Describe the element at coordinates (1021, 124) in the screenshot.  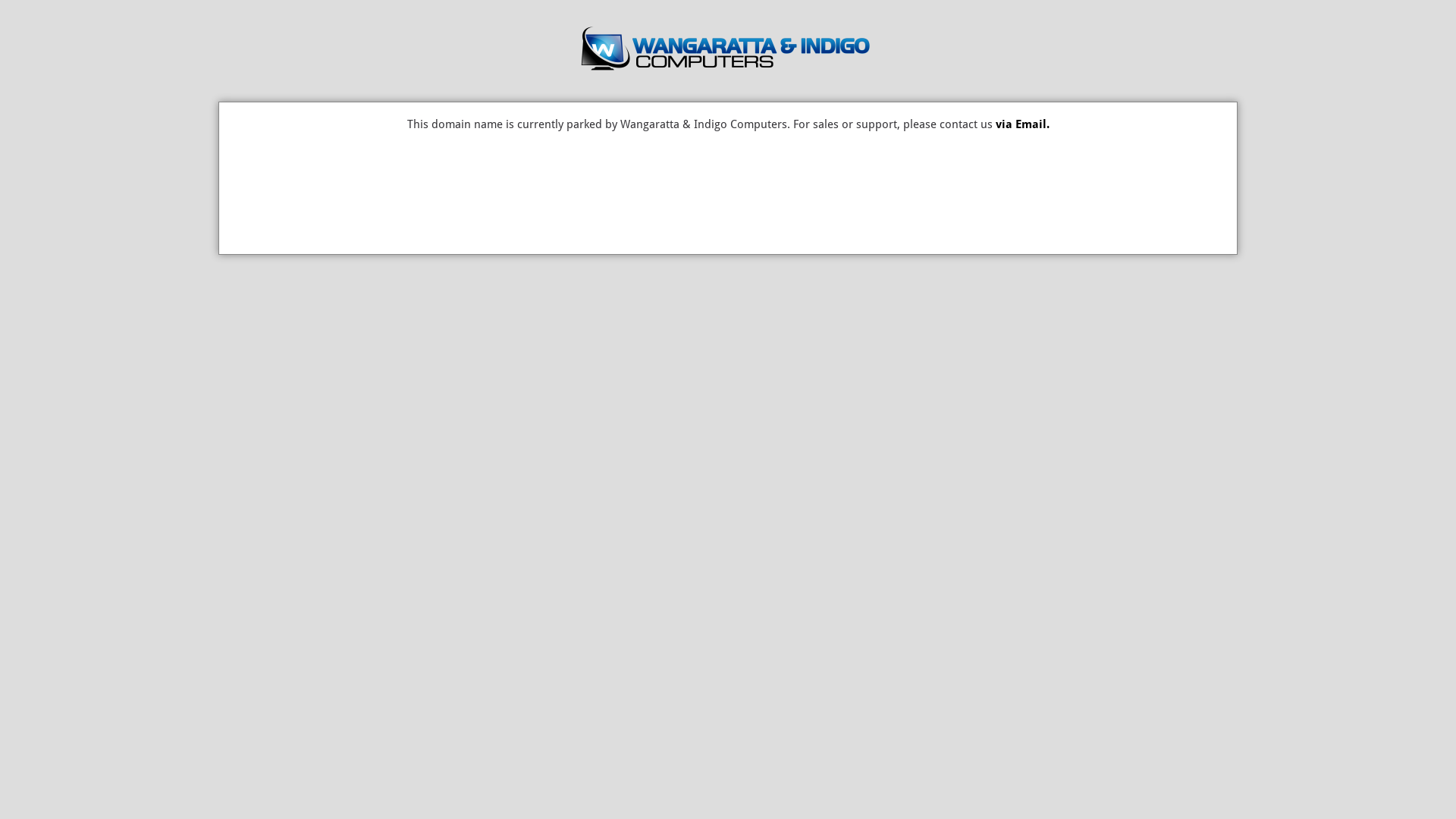
I see `'via Email.'` at that location.